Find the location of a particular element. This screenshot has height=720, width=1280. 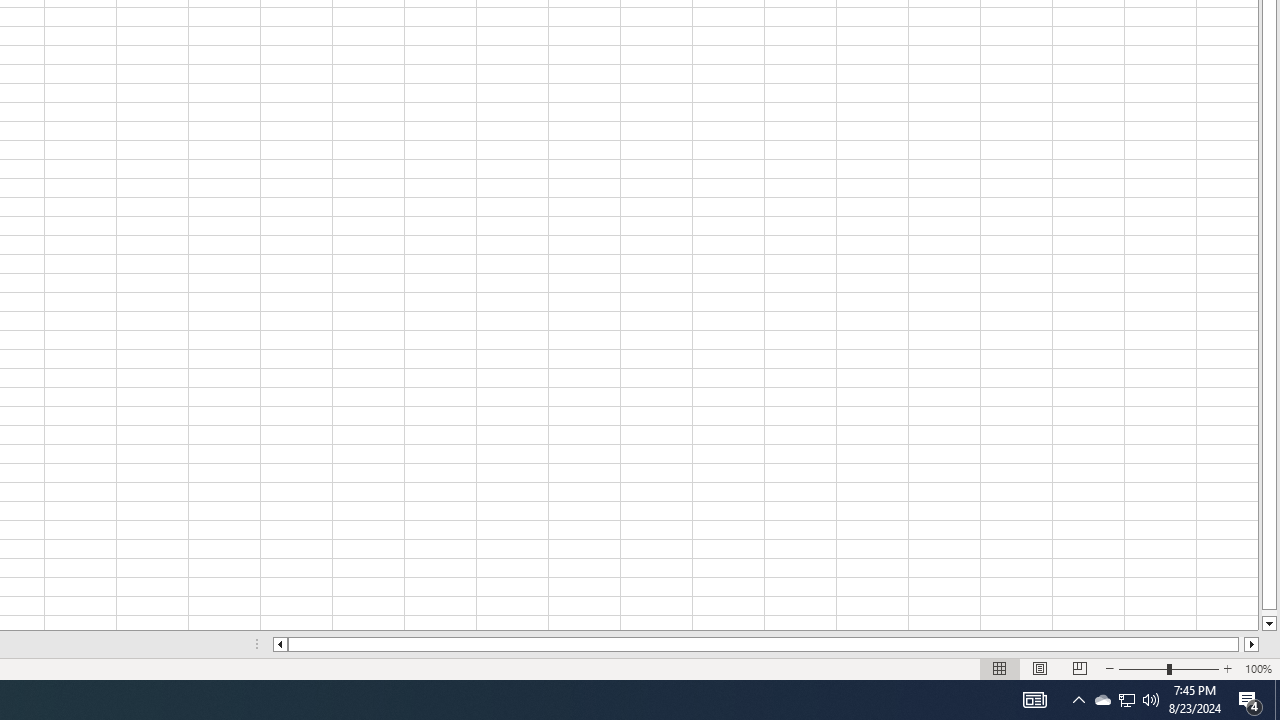

'Column left' is located at coordinates (278, 644).